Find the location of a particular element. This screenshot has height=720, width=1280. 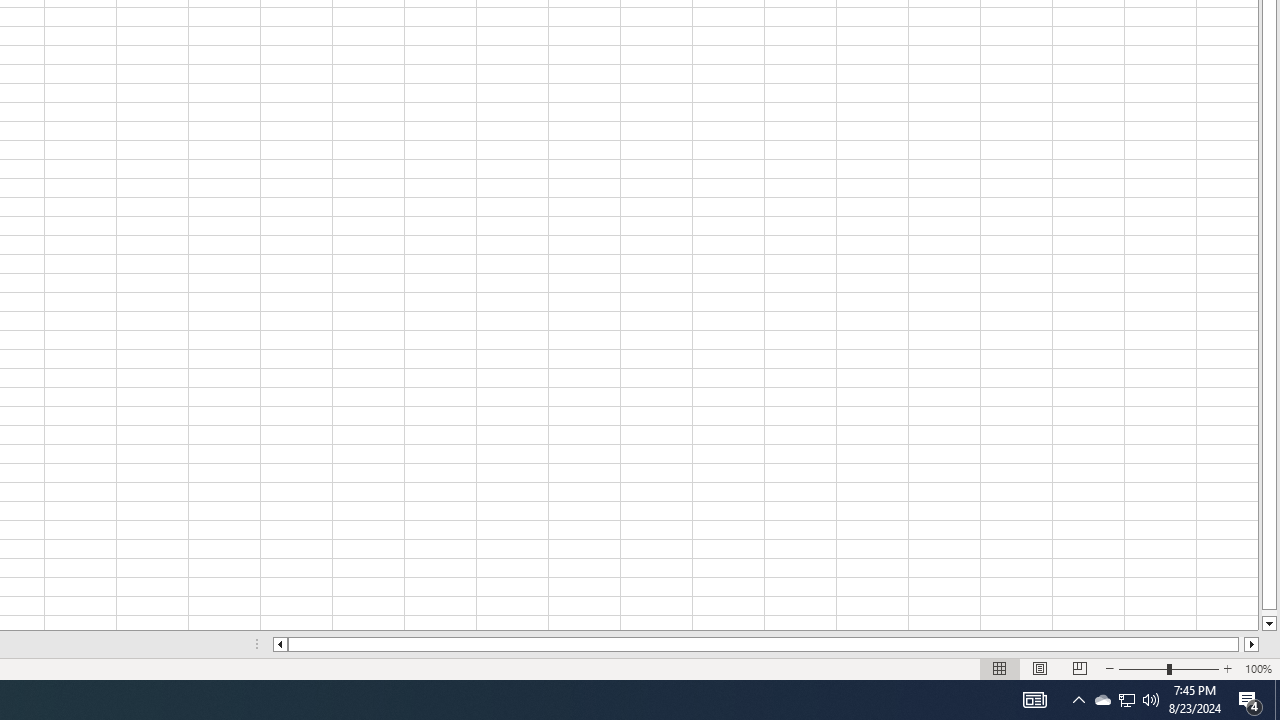

'Column left' is located at coordinates (278, 644).